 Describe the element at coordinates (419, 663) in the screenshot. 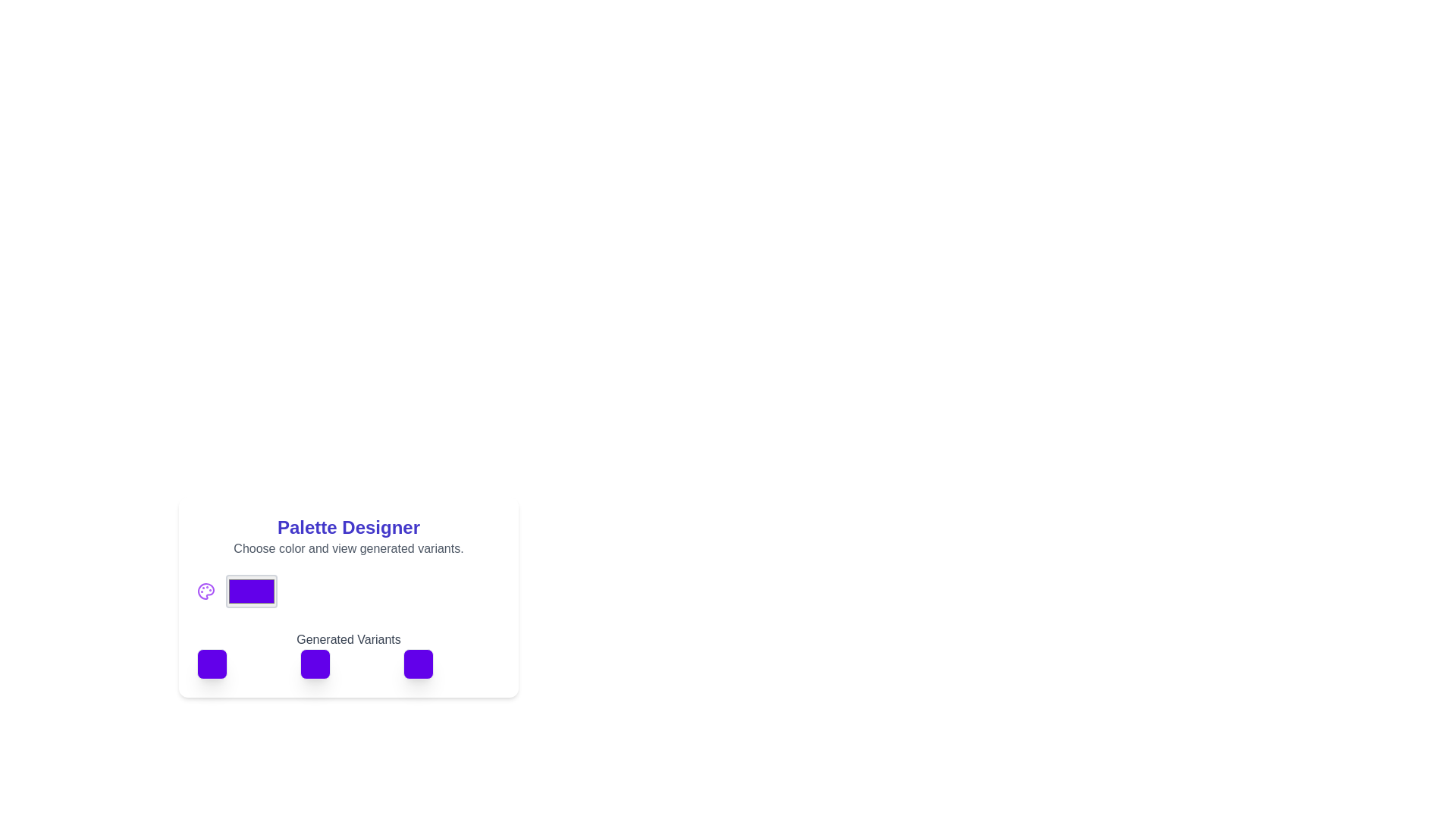

I see `the third purple square in the 'Generated Variants' section of the card, which represents a color choice or visual variant` at that location.